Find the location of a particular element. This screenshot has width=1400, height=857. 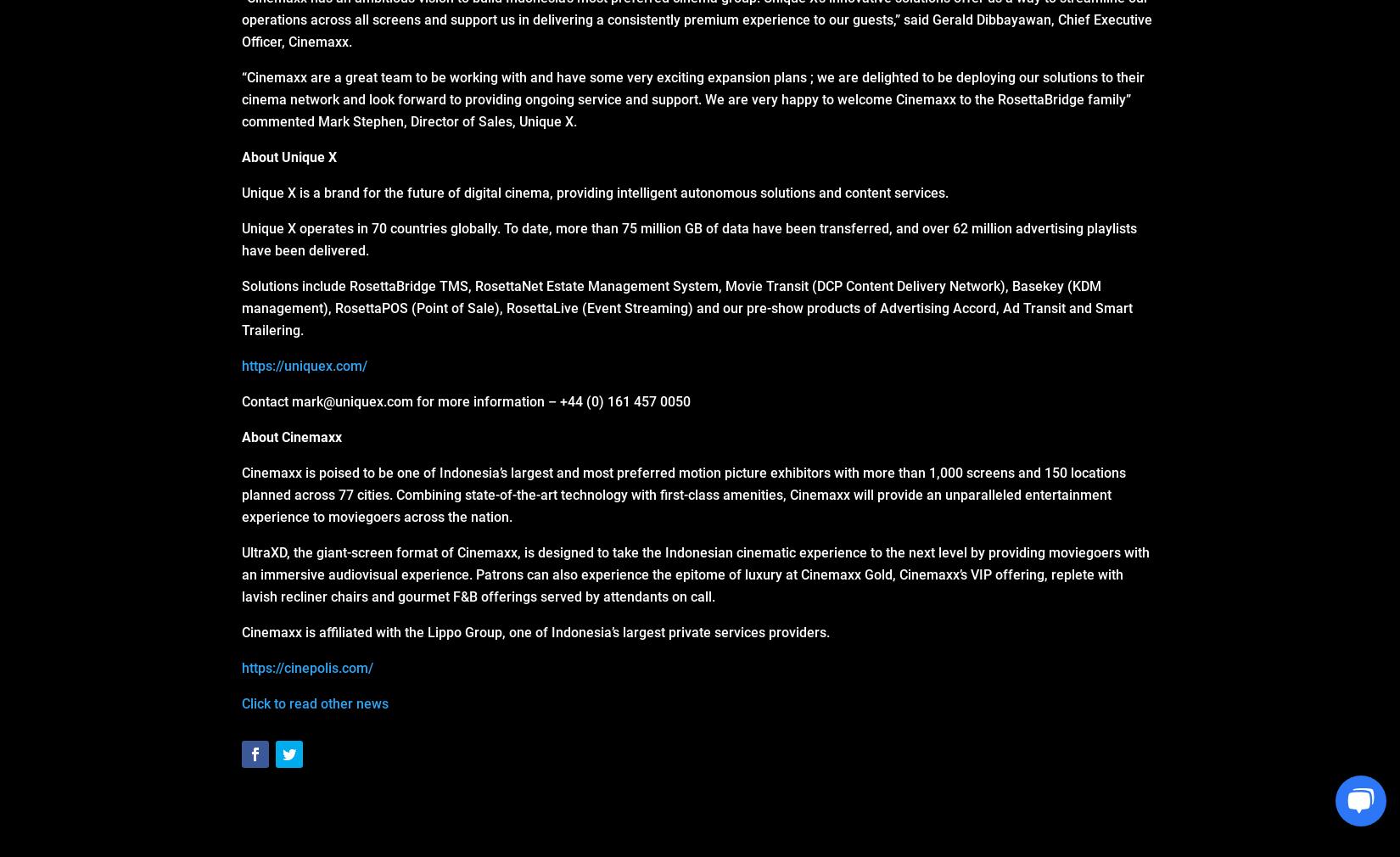

'About Unique X' is located at coordinates (289, 156).